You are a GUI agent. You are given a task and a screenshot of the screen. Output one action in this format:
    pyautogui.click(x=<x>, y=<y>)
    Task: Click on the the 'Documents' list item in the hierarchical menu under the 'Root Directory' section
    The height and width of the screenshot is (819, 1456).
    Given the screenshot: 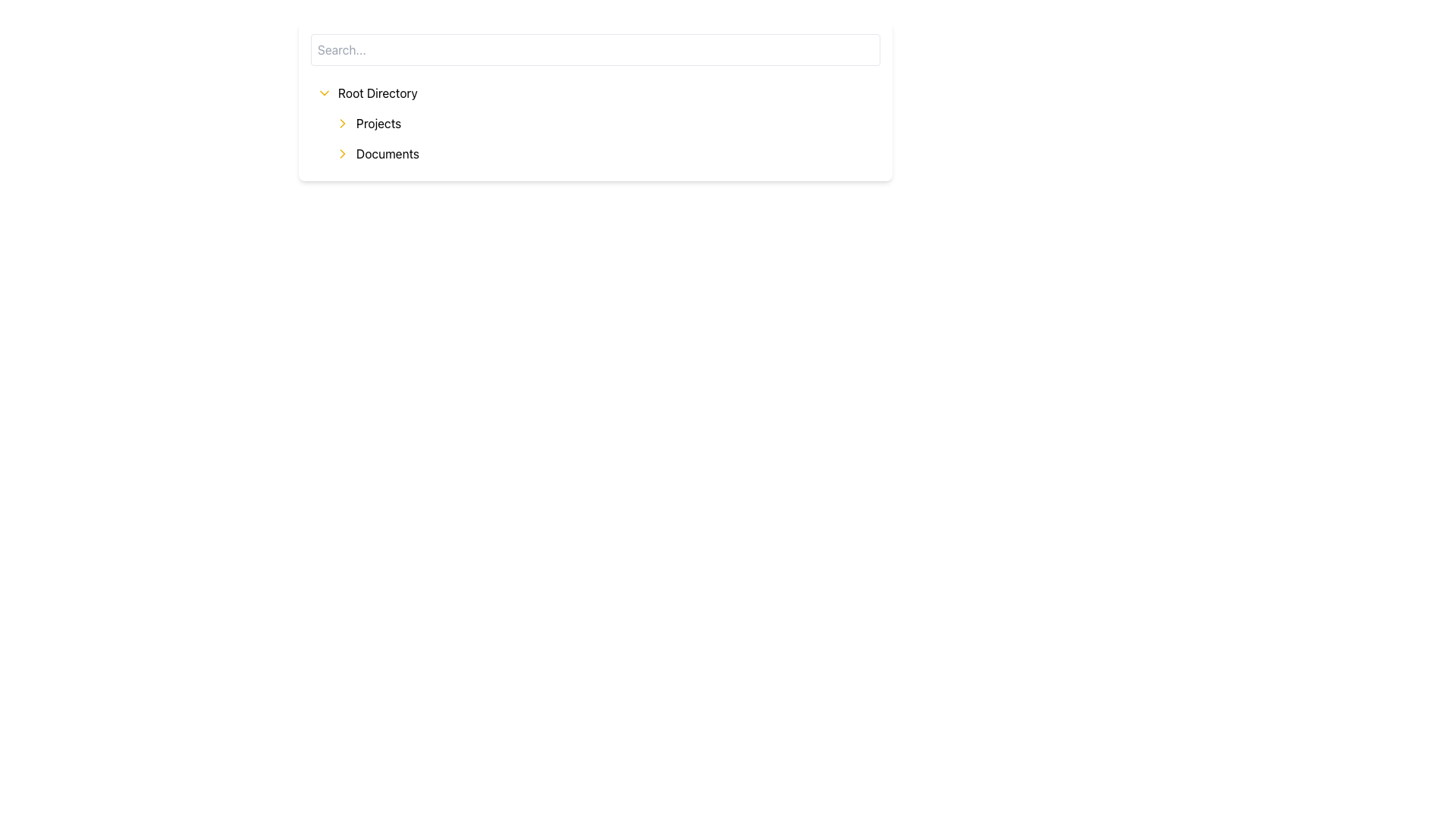 What is the action you would take?
    pyautogui.click(x=604, y=154)
    